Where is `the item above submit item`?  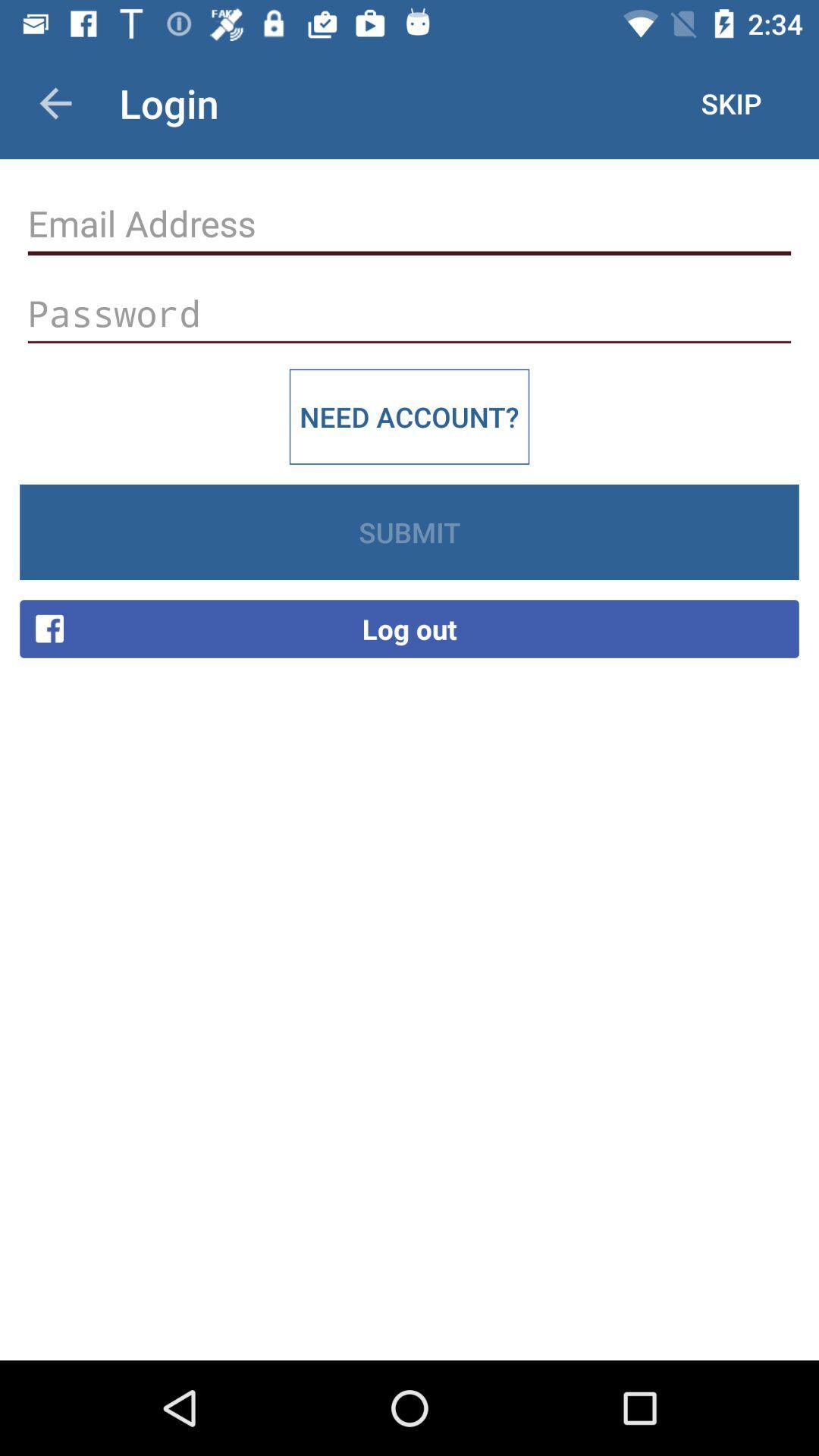 the item above submit item is located at coordinates (409, 416).